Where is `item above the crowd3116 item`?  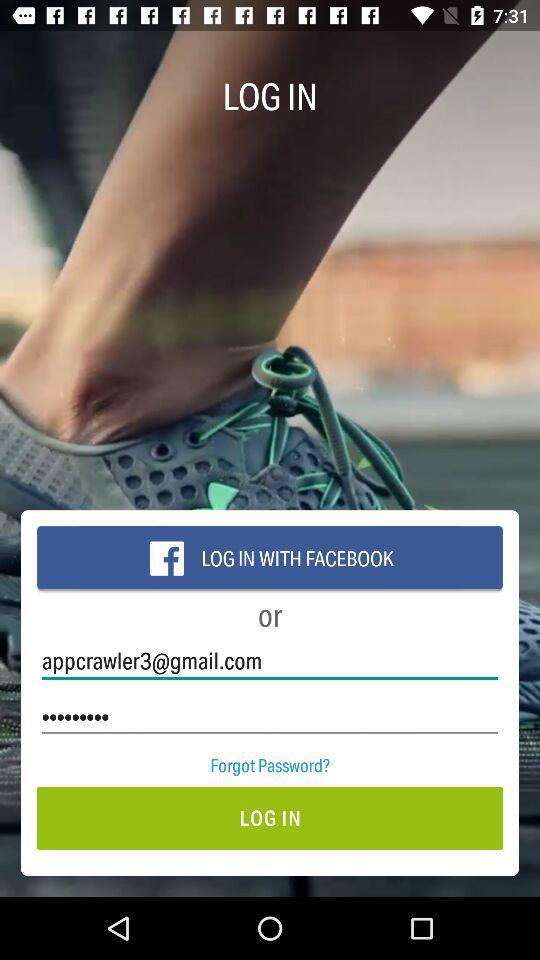 item above the crowd3116 item is located at coordinates (270, 661).